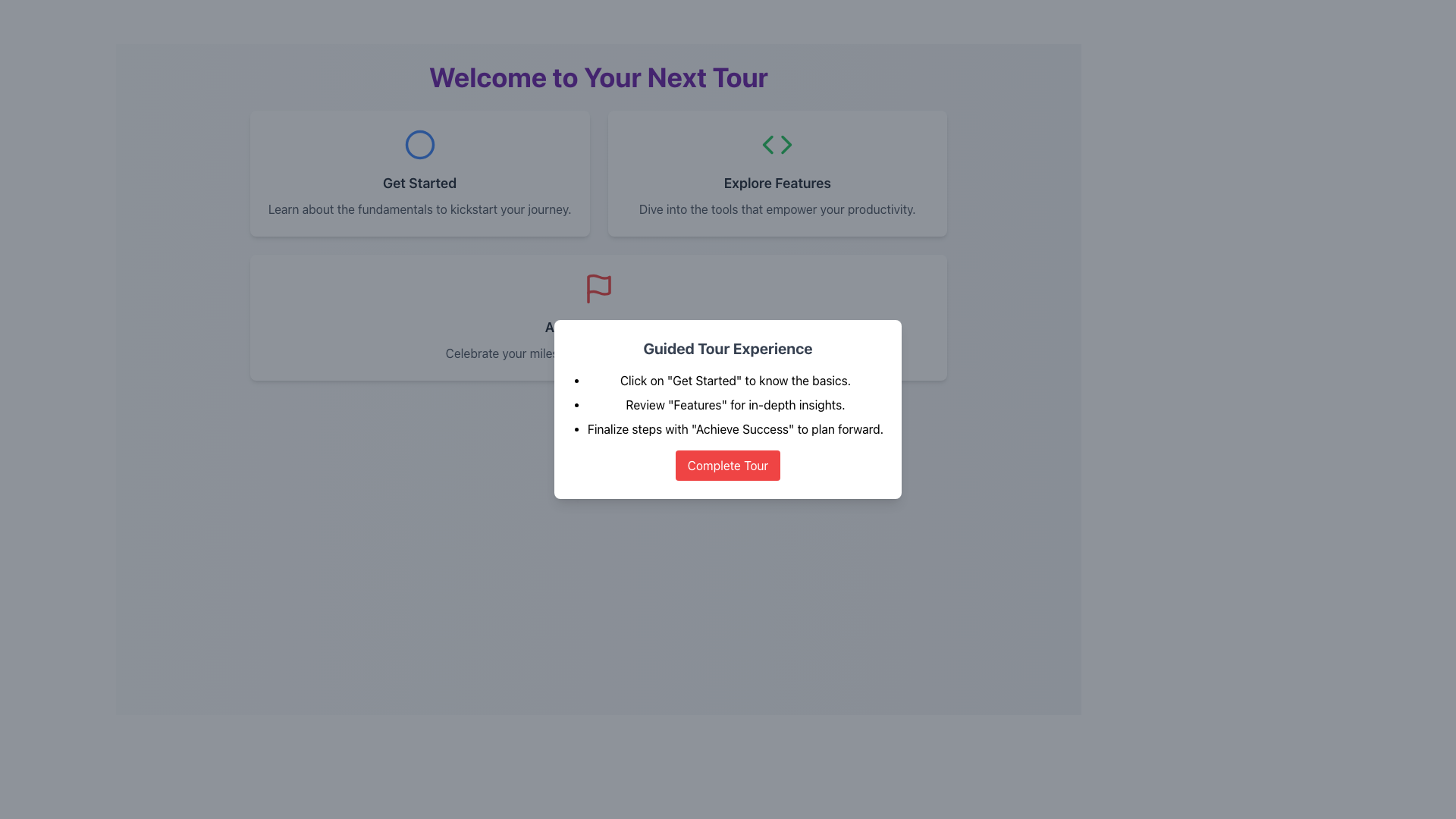  Describe the element at coordinates (735, 429) in the screenshot. I see `the third item in the bulleted list that provides final steps to achieve success, located above the 'Complete Tour' button in the popup dialog box` at that location.